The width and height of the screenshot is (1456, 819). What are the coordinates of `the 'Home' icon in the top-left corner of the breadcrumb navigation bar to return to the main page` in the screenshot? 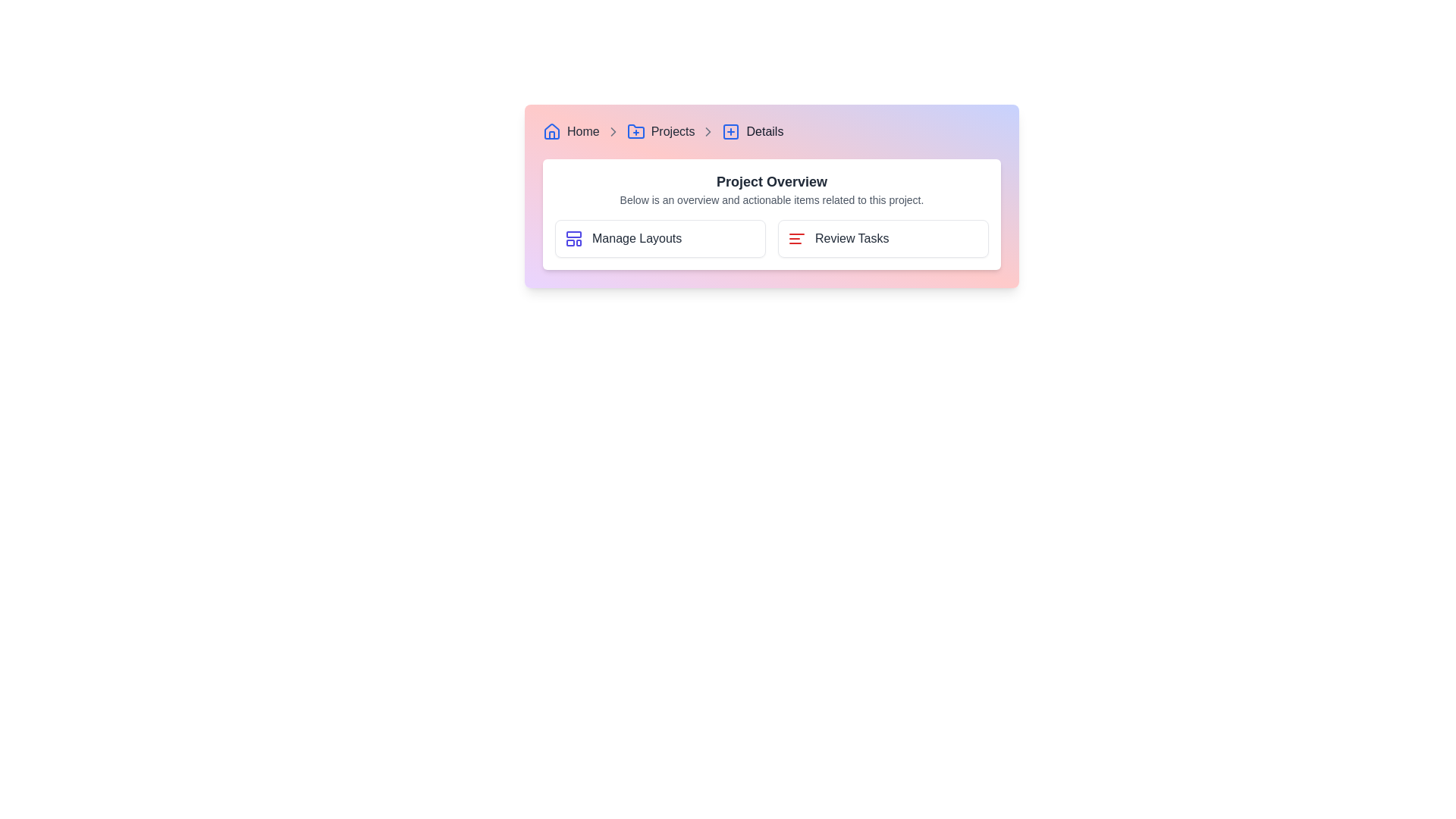 It's located at (551, 130).